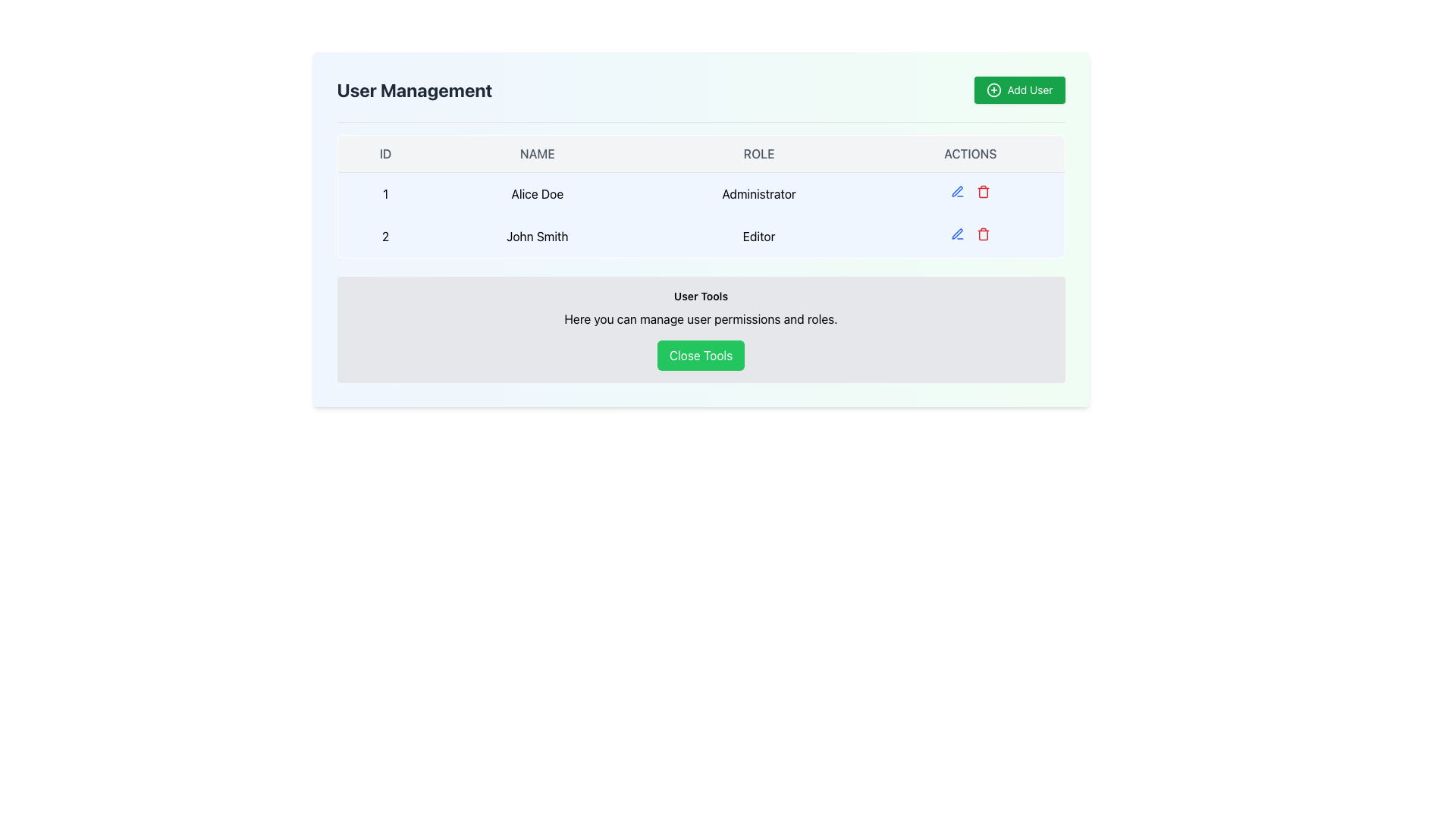 The image size is (1456, 819). Describe the element at coordinates (993, 90) in the screenshot. I see `the decorative SVG shape (circle) located in the top-right corner of the interface, near the 'Add User' button` at that location.